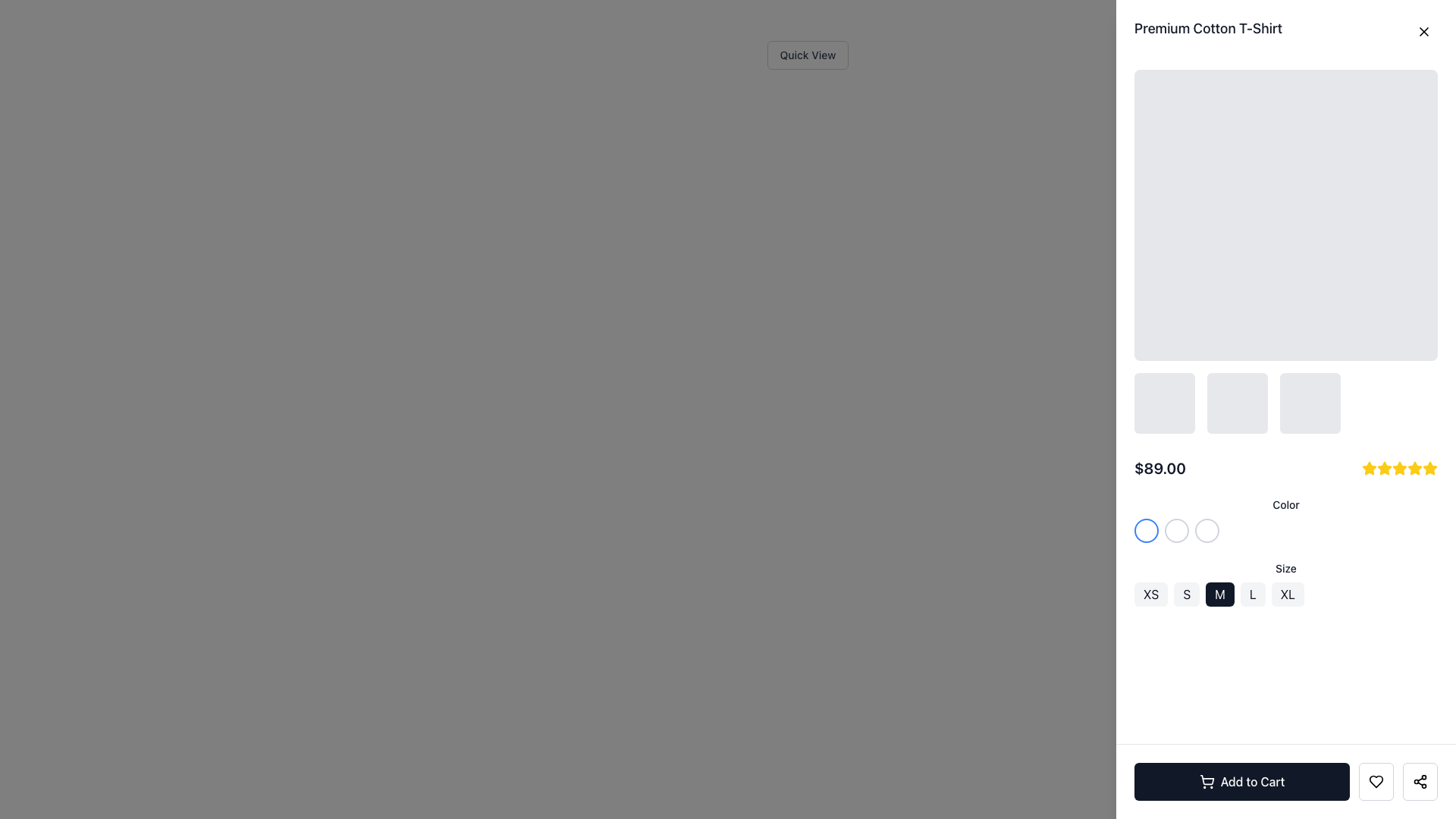 This screenshot has height=819, width=1456. I want to click on the fifth star icon, so click(1414, 467).